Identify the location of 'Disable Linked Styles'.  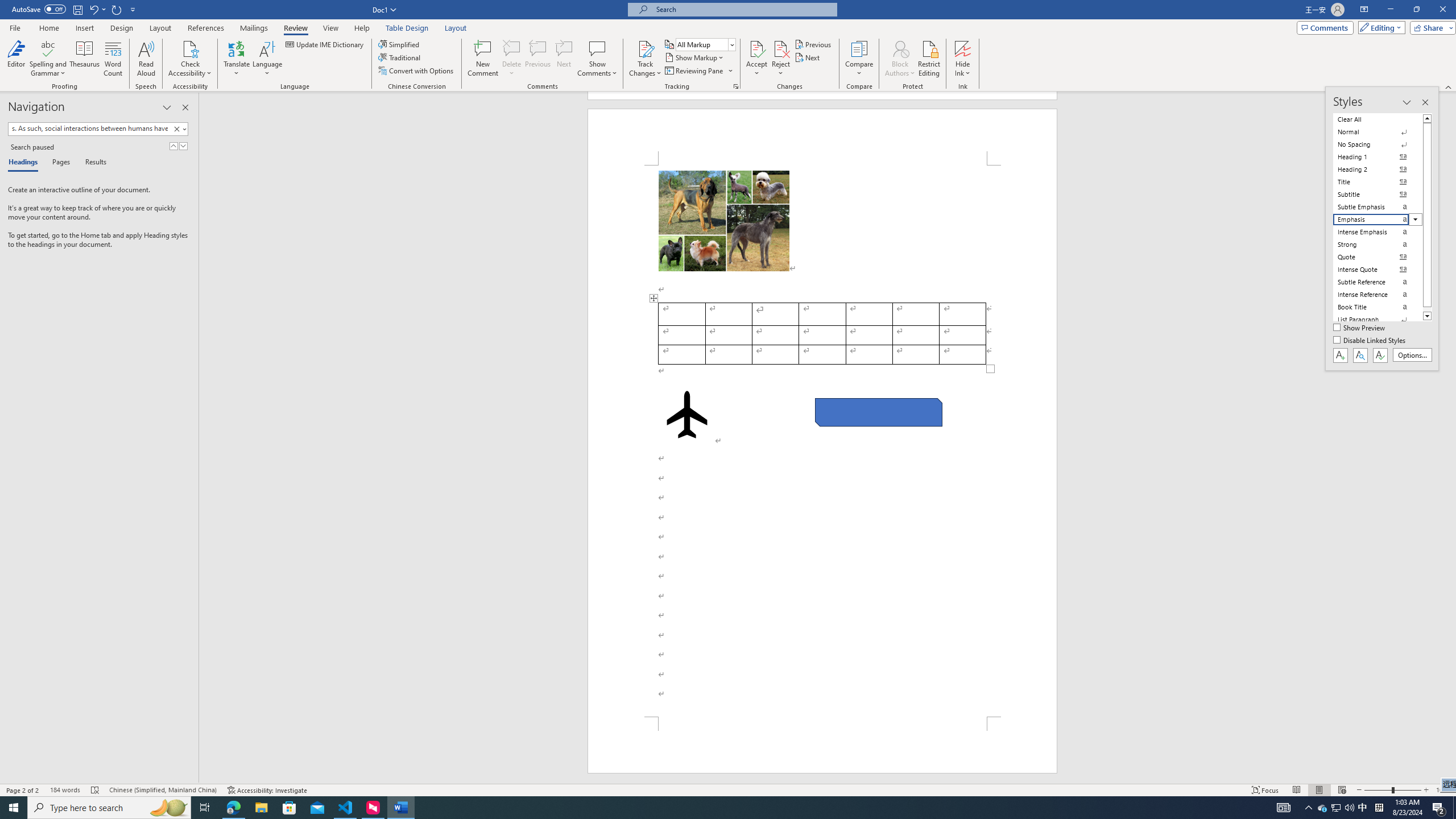
(1370, 340).